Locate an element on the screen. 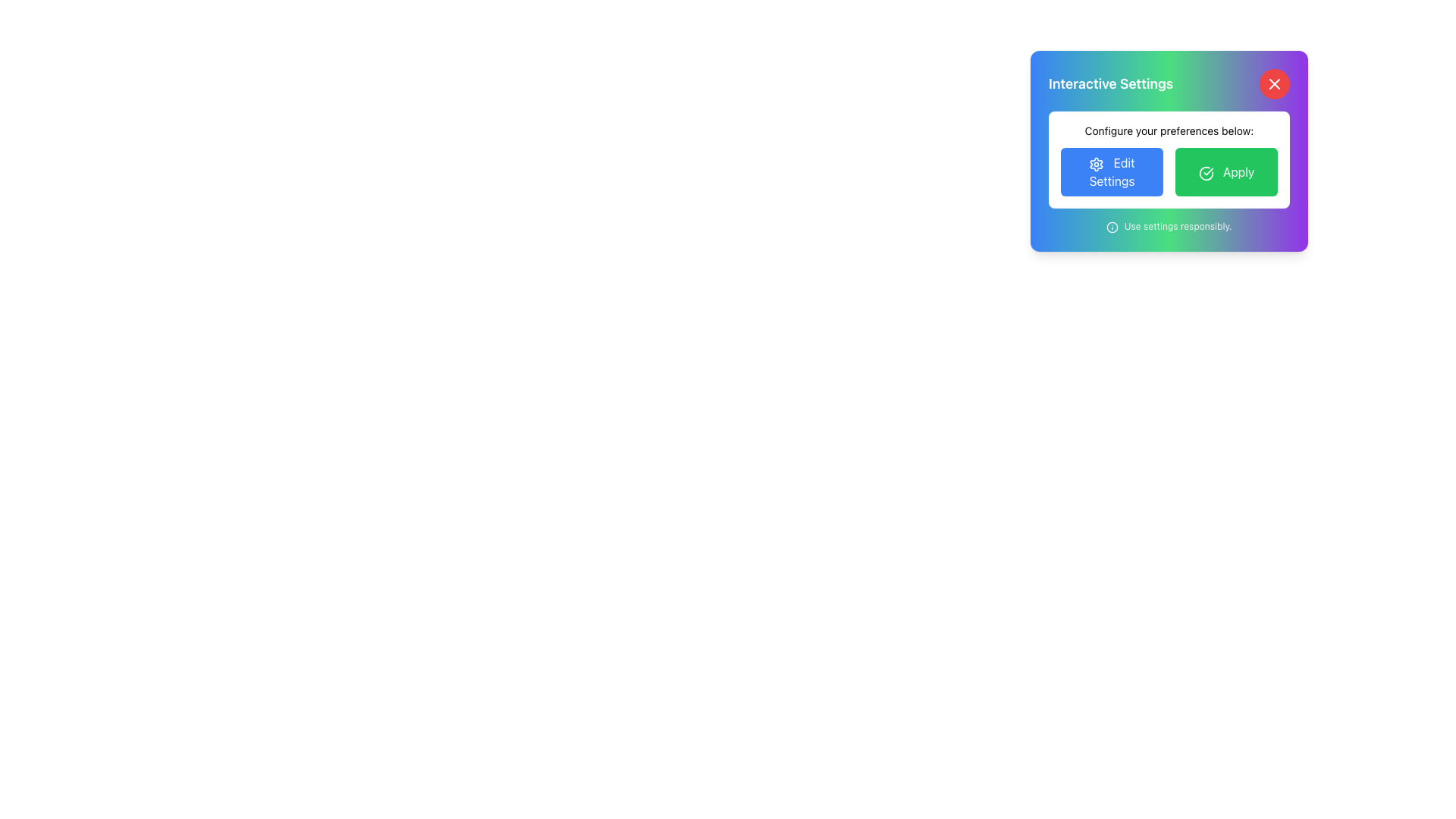 This screenshot has width=1456, height=819. the 'Edit Settings' button with a bright blue background and a gear icon to initiate the settings editing process is located at coordinates (1112, 171).